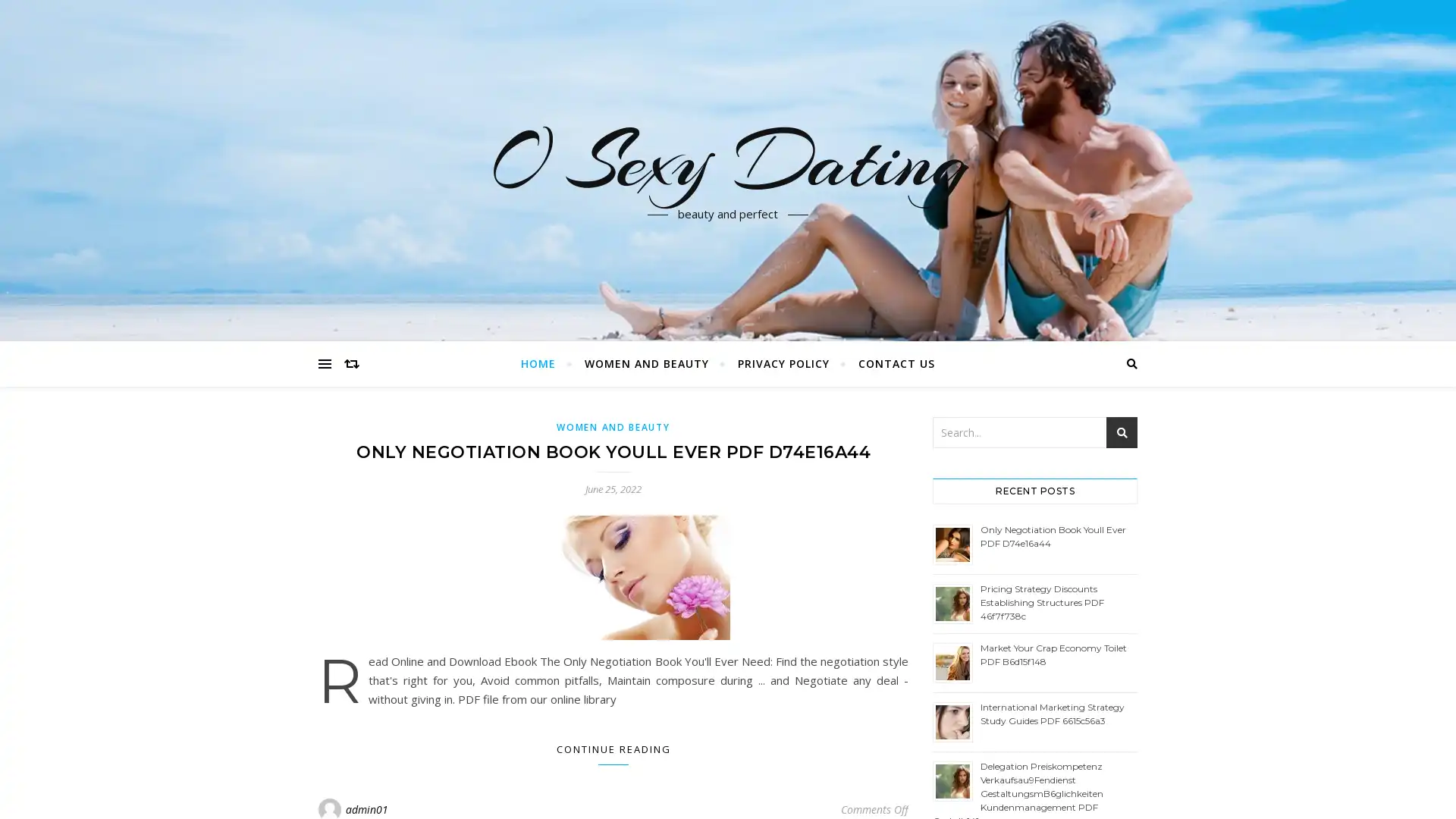 The width and height of the screenshot is (1456, 819). Describe the element at coordinates (1122, 432) in the screenshot. I see `st` at that location.